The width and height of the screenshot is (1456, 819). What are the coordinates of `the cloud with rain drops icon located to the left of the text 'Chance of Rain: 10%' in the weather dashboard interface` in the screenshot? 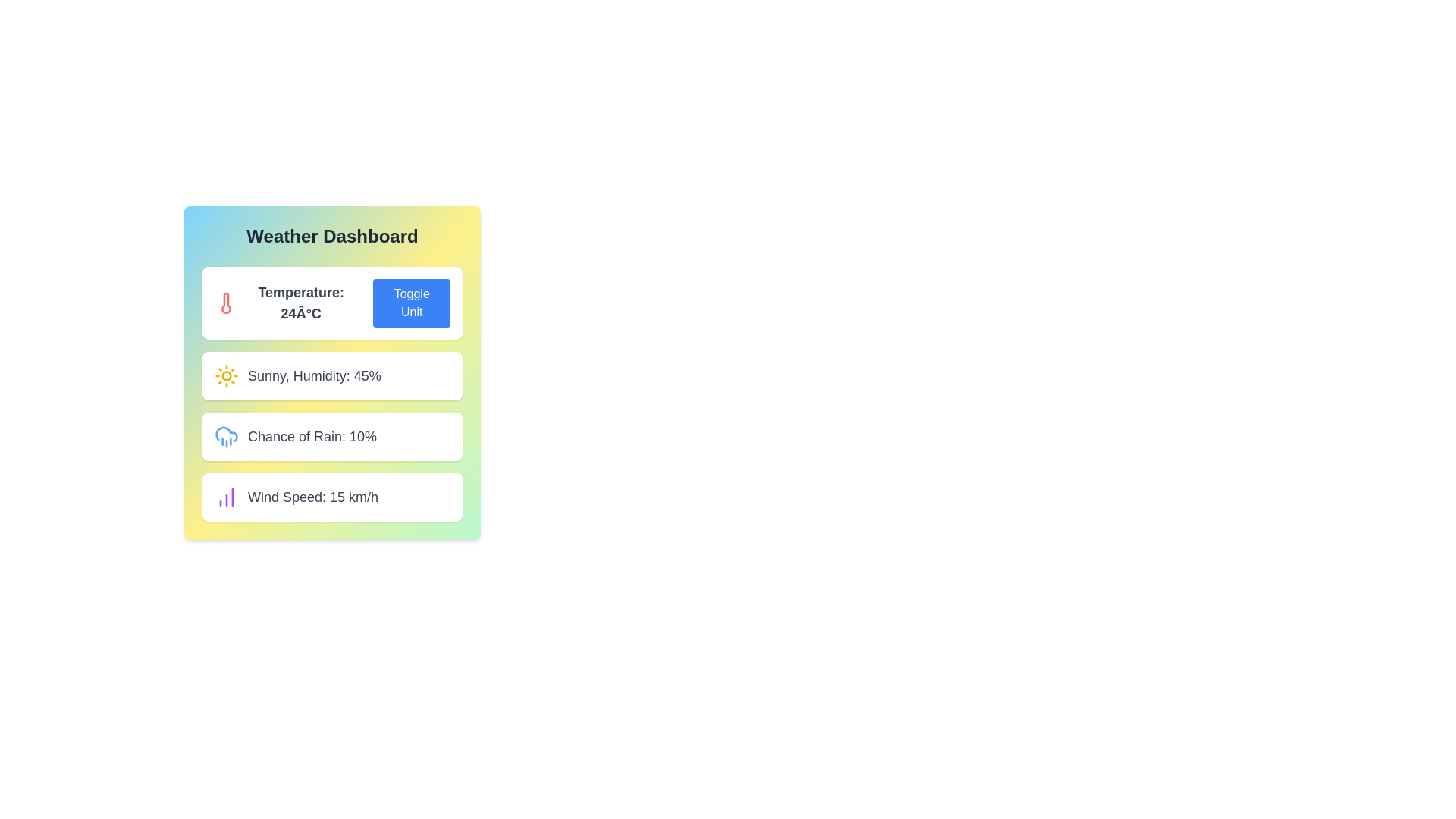 It's located at (225, 436).